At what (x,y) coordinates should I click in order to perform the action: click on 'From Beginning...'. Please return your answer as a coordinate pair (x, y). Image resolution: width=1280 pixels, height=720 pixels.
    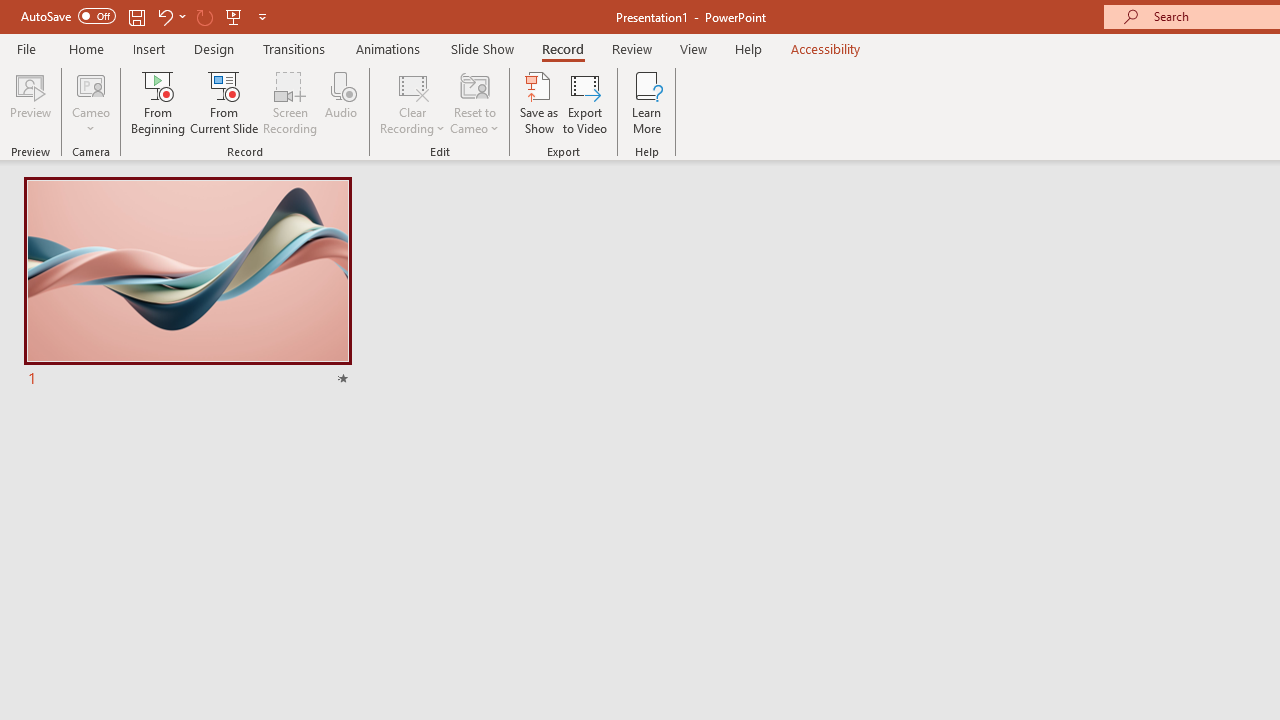
    Looking at the image, I should click on (157, 103).